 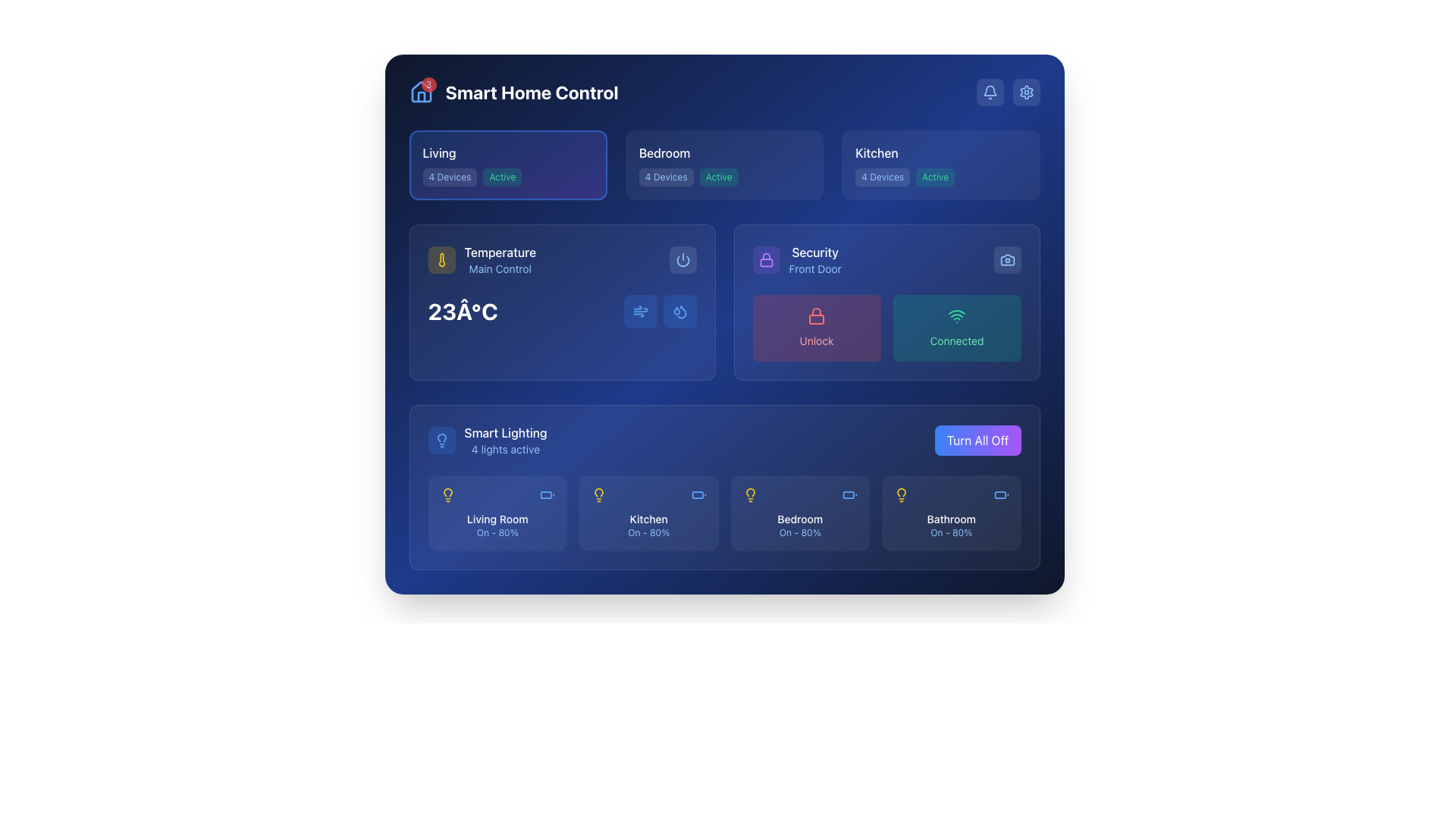 I want to click on the square button with a camera icon inside, located at the top right corner of the 'Security' section, for keyboard navigation, so click(x=1007, y=259).